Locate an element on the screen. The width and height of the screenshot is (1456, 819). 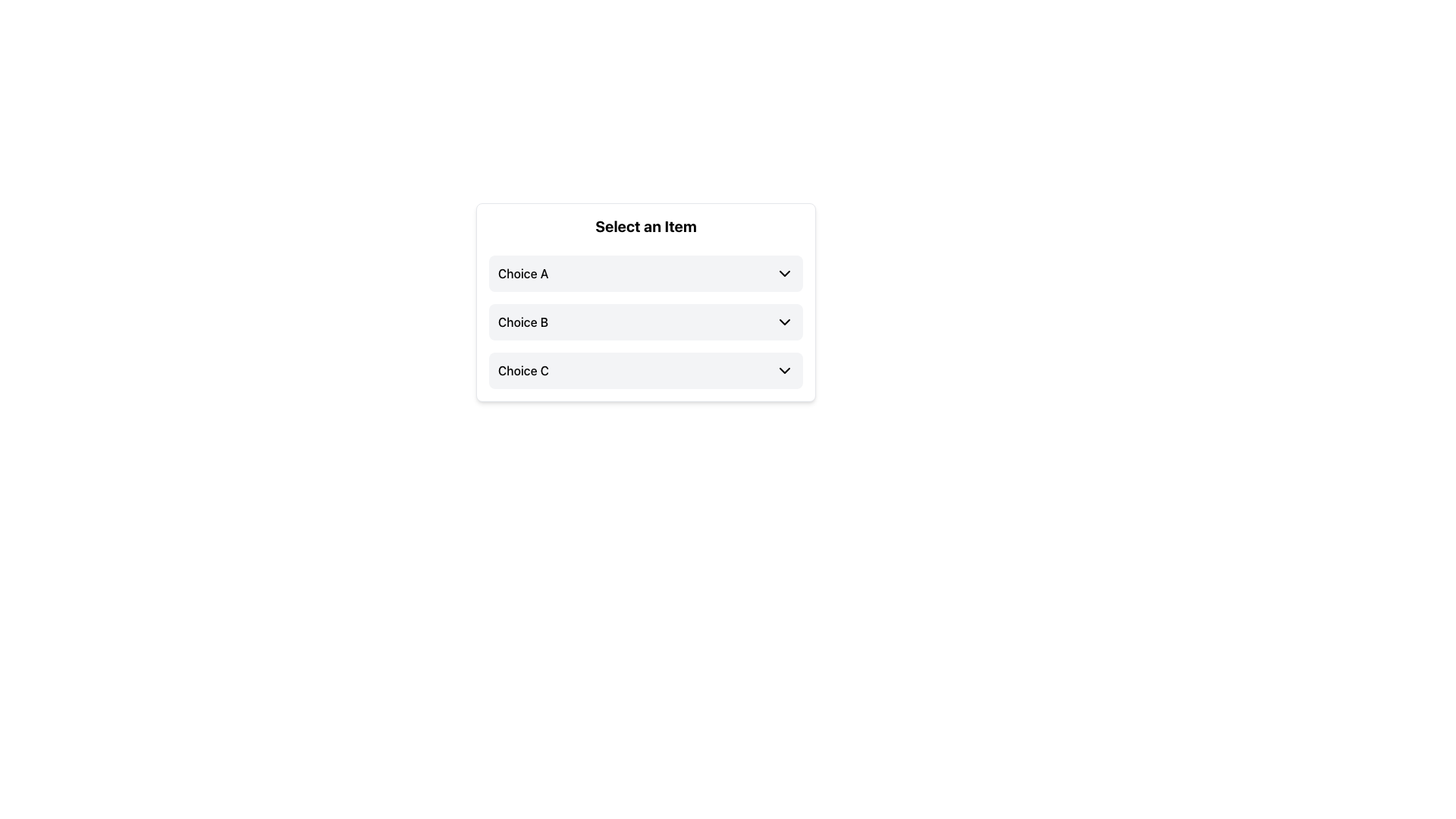
text label displaying 'Choice C' which is part of a dropdown selection interface, located within the third item of the list is located at coordinates (523, 371).